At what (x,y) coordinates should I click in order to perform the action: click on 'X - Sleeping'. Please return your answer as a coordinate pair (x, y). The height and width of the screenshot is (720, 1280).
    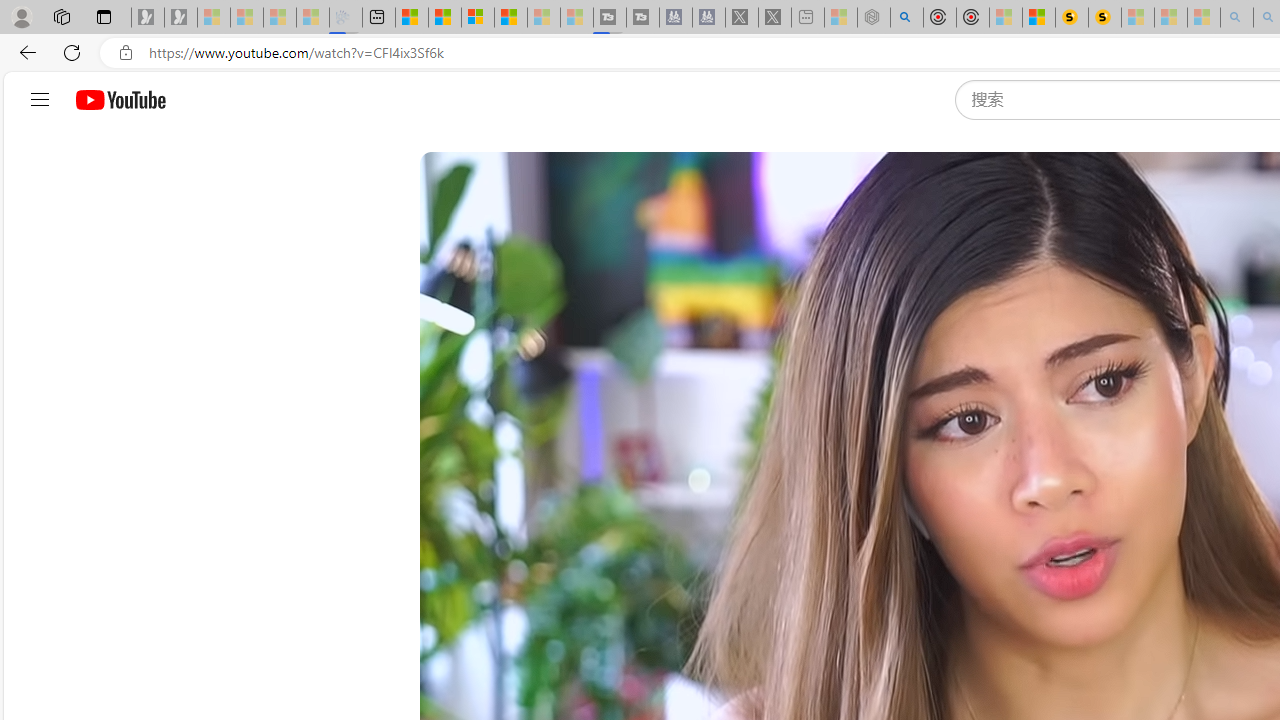
    Looking at the image, I should click on (774, 17).